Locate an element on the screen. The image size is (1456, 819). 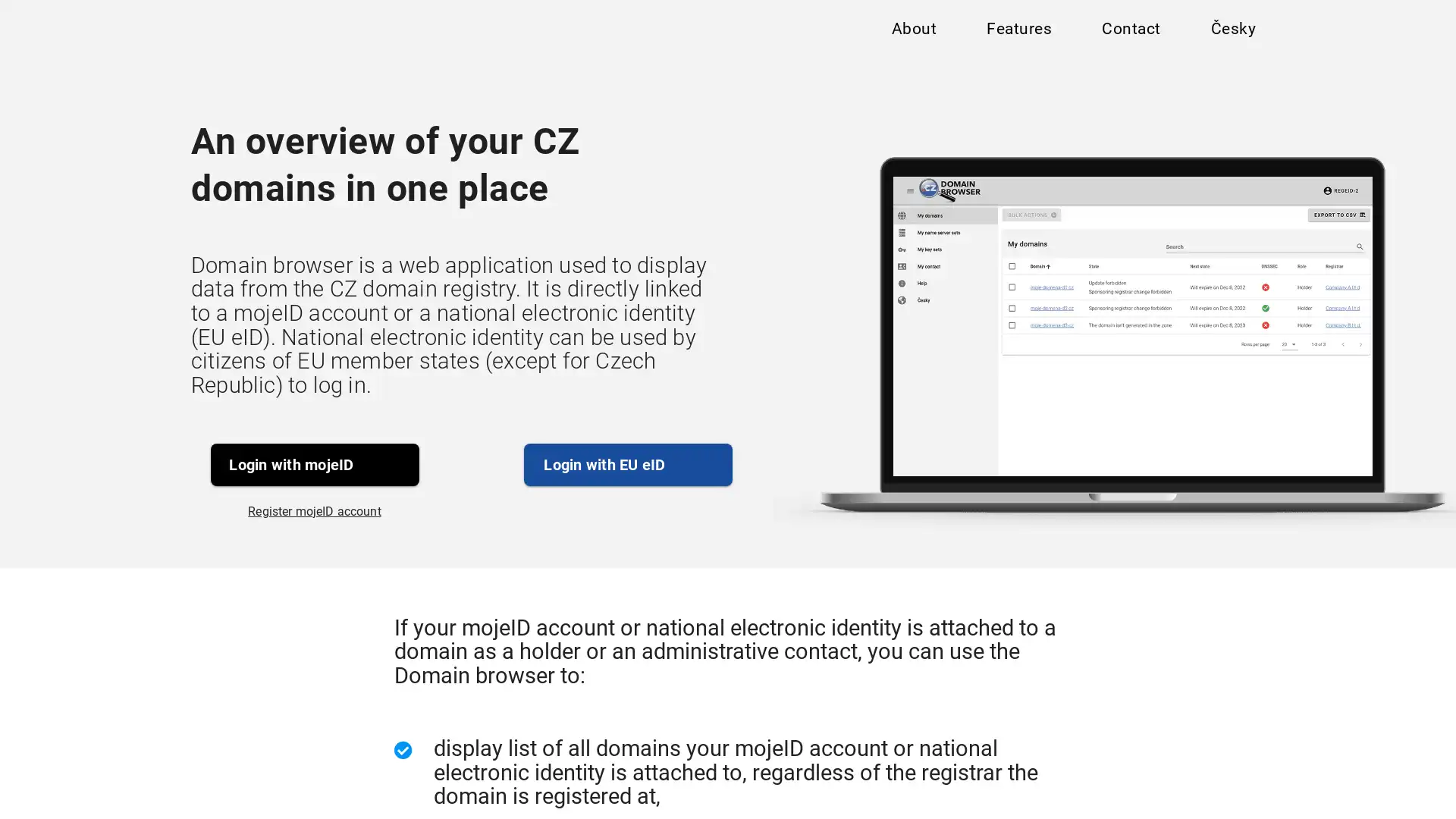
Cesky is located at coordinates (1232, 32).